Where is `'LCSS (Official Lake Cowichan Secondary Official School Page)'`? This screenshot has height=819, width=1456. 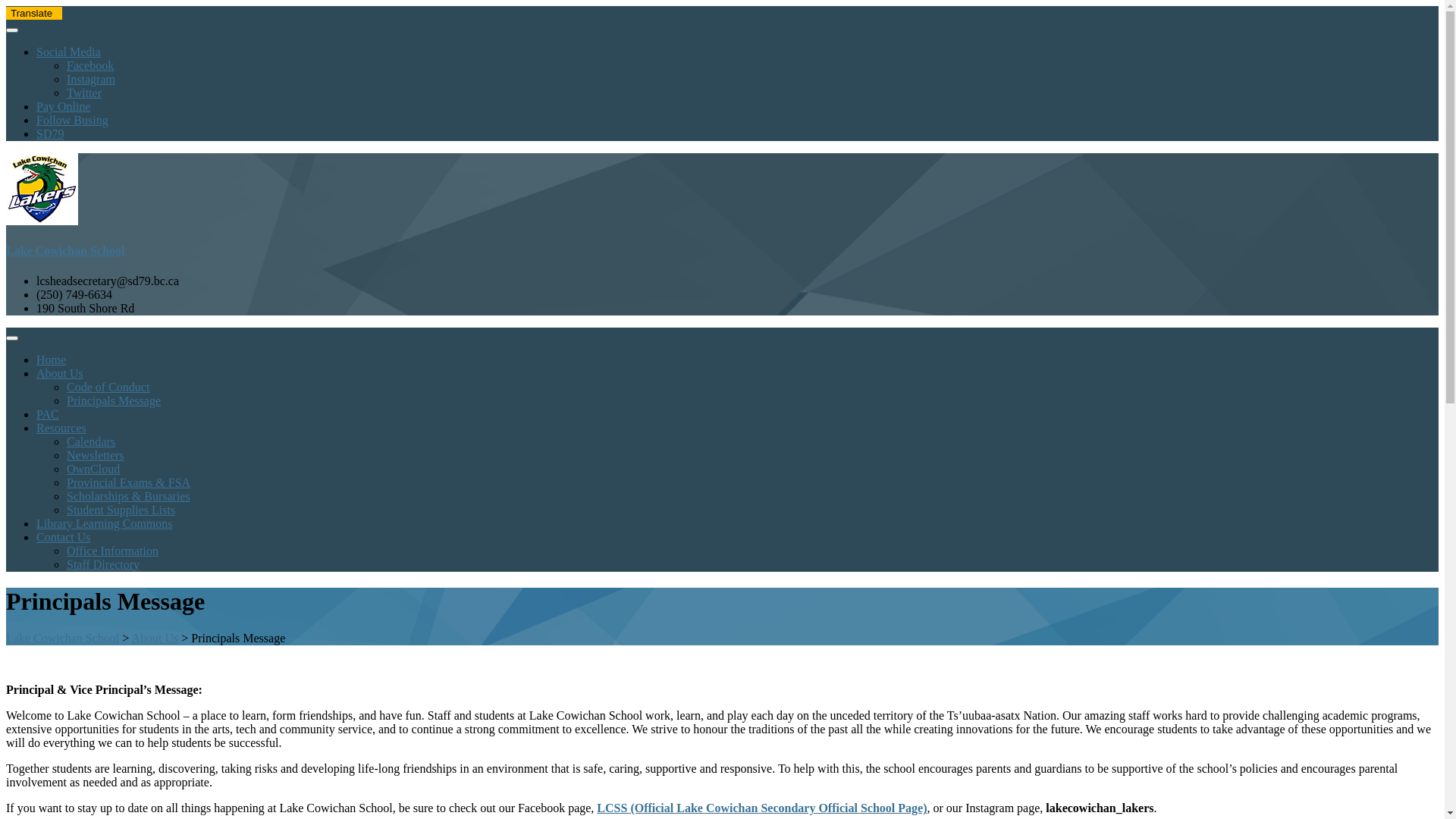
'LCSS (Official Lake Cowichan Secondary Official School Page)' is located at coordinates (761, 807).